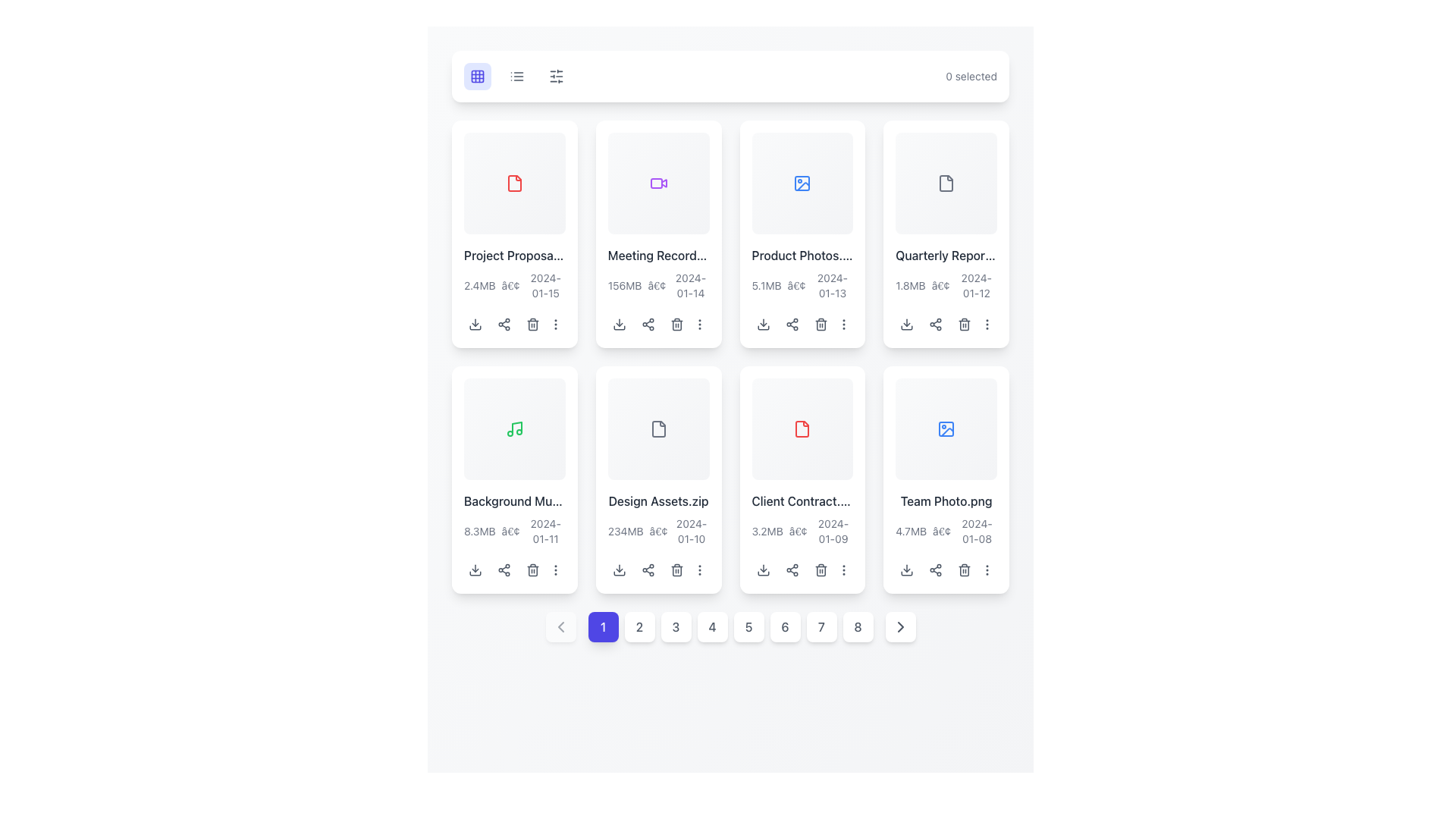 Image resolution: width=1456 pixels, height=819 pixels. What do you see at coordinates (658, 428) in the screenshot?
I see `the file icon representing 'Design Assets.zip' located in the sixth card of the second row in the grid layout` at bounding box center [658, 428].